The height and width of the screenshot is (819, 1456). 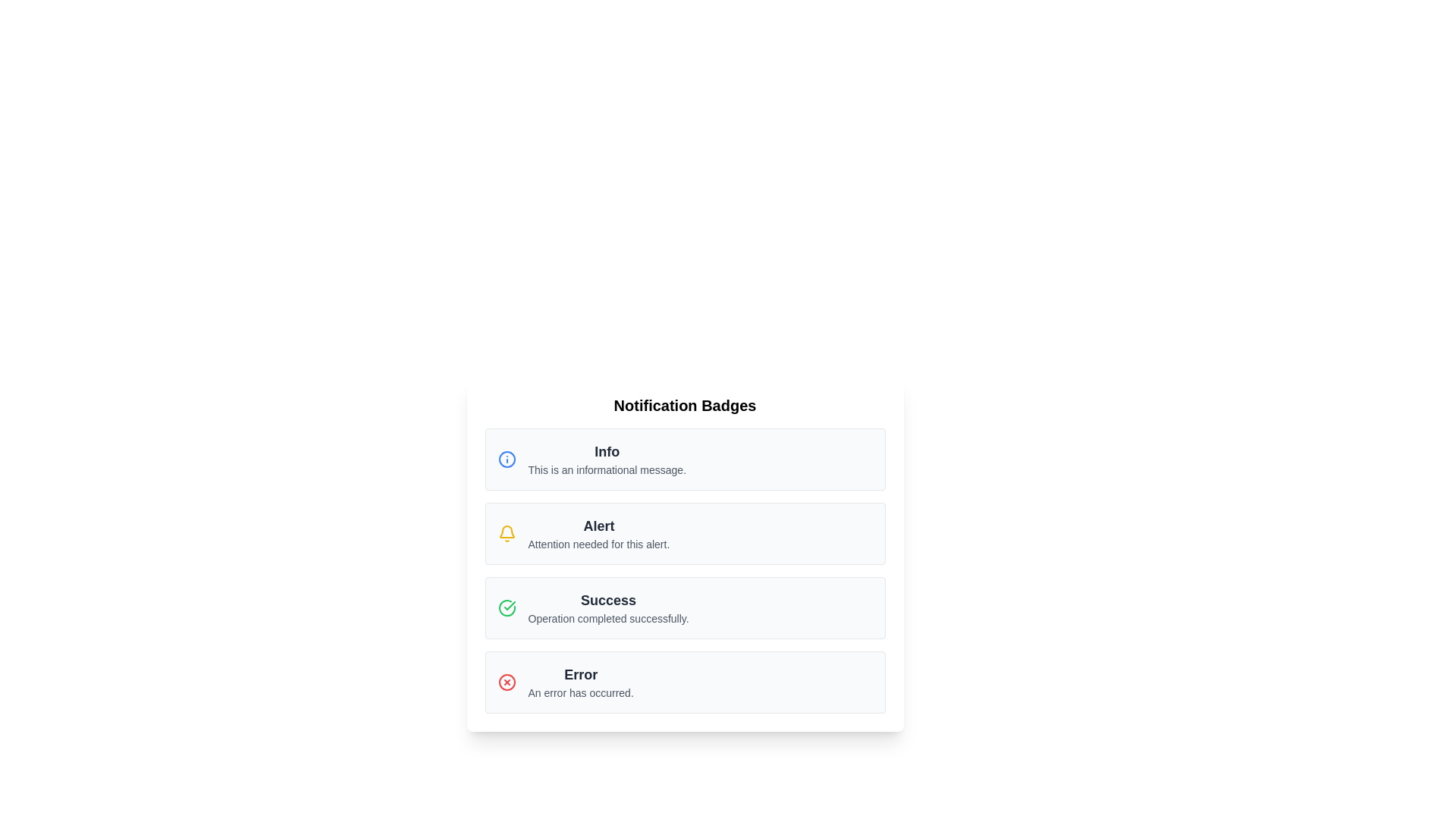 What do you see at coordinates (507, 533) in the screenshot?
I see `the alert notification icon located in the 'Alert' section, positioned above the text 'Attention needed for this alert.'` at bounding box center [507, 533].